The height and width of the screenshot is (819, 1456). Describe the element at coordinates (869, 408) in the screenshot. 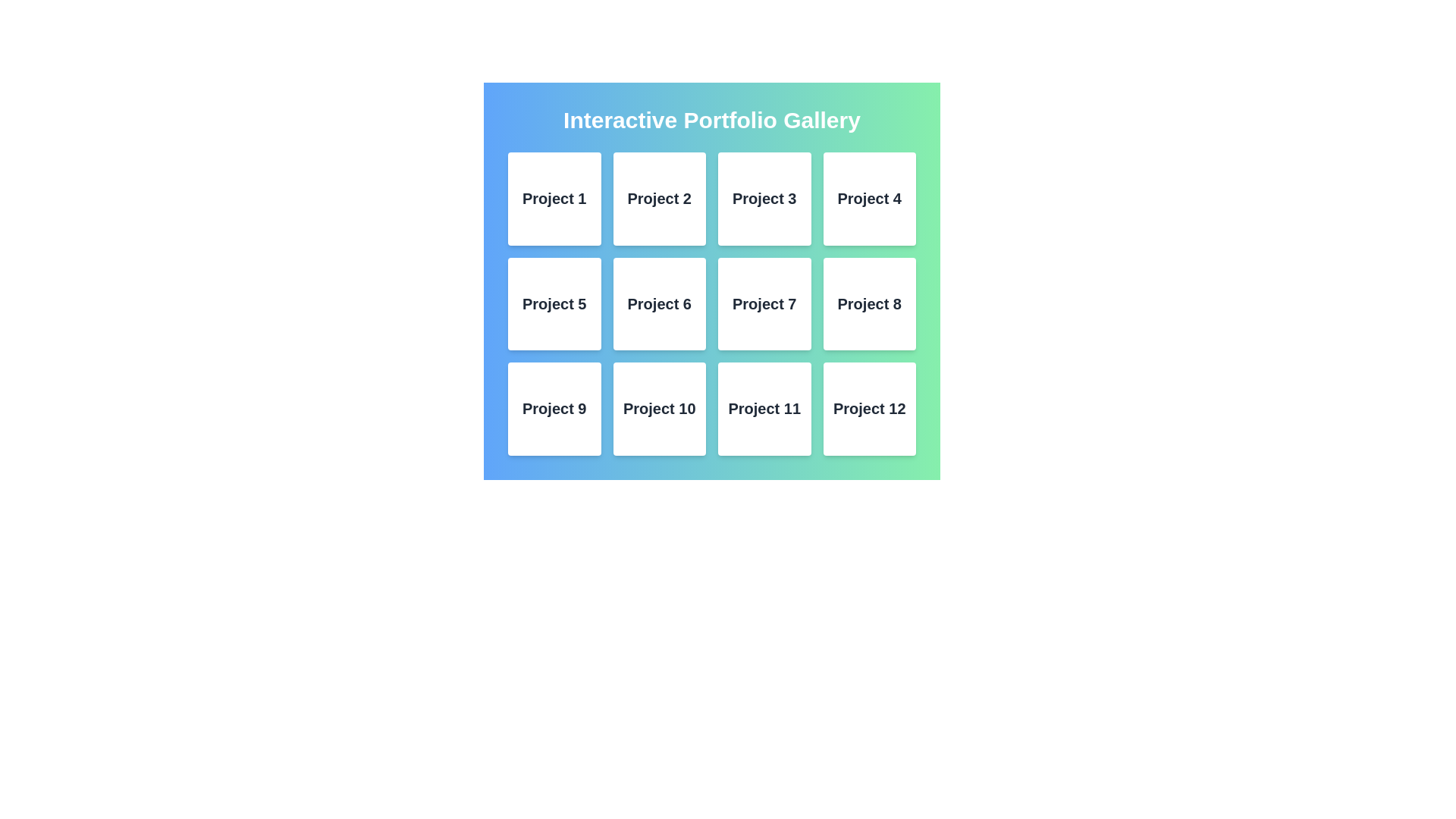

I see `the selectable item card for 'Project 12' located in the bottom-right corner of a 4x3 grid layout to interact with it` at that location.